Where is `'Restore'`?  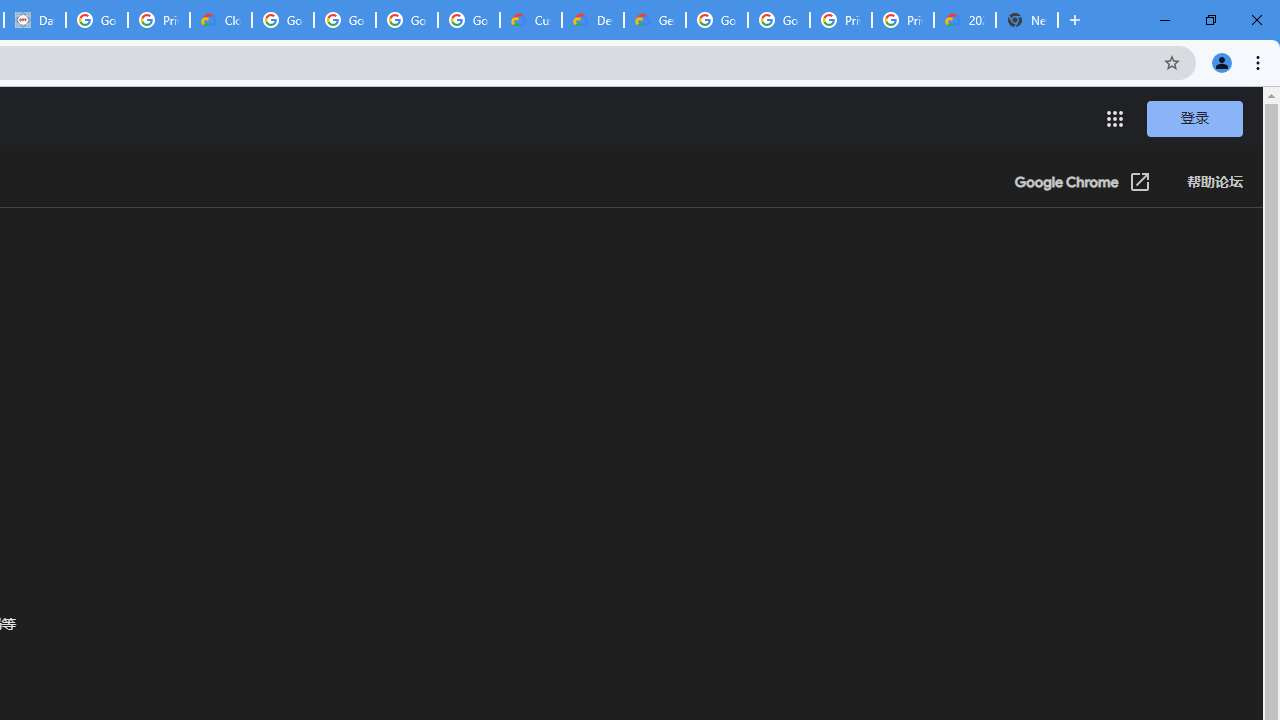 'Restore' is located at coordinates (1209, 20).